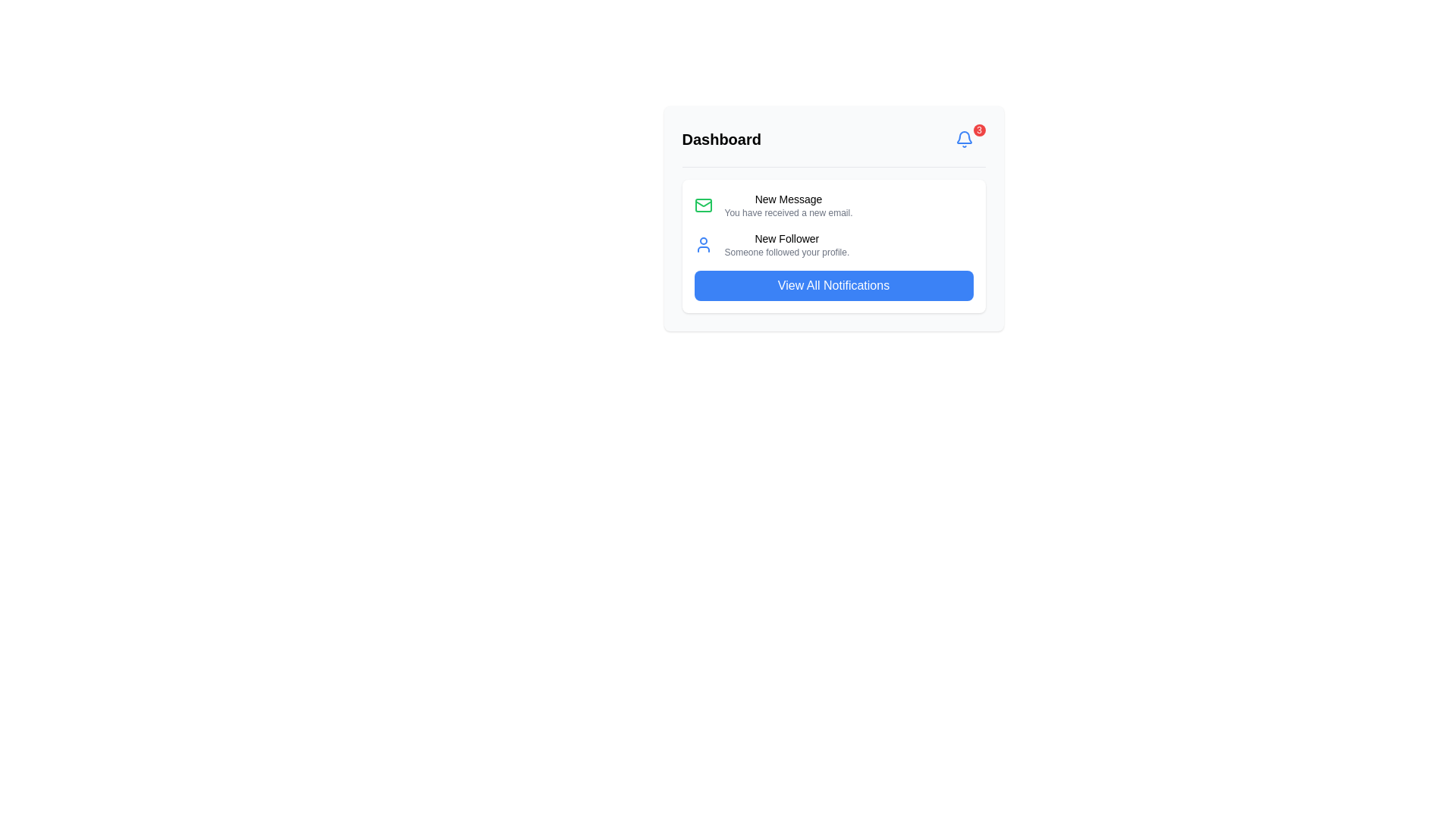 Image resolution: width=1456 pixels, height=819 pixels. What do you see at coordinates (833, 286) in the screenshot?
I see `the button located at the bottom of the notification panel` at bounding box center [833, 286].